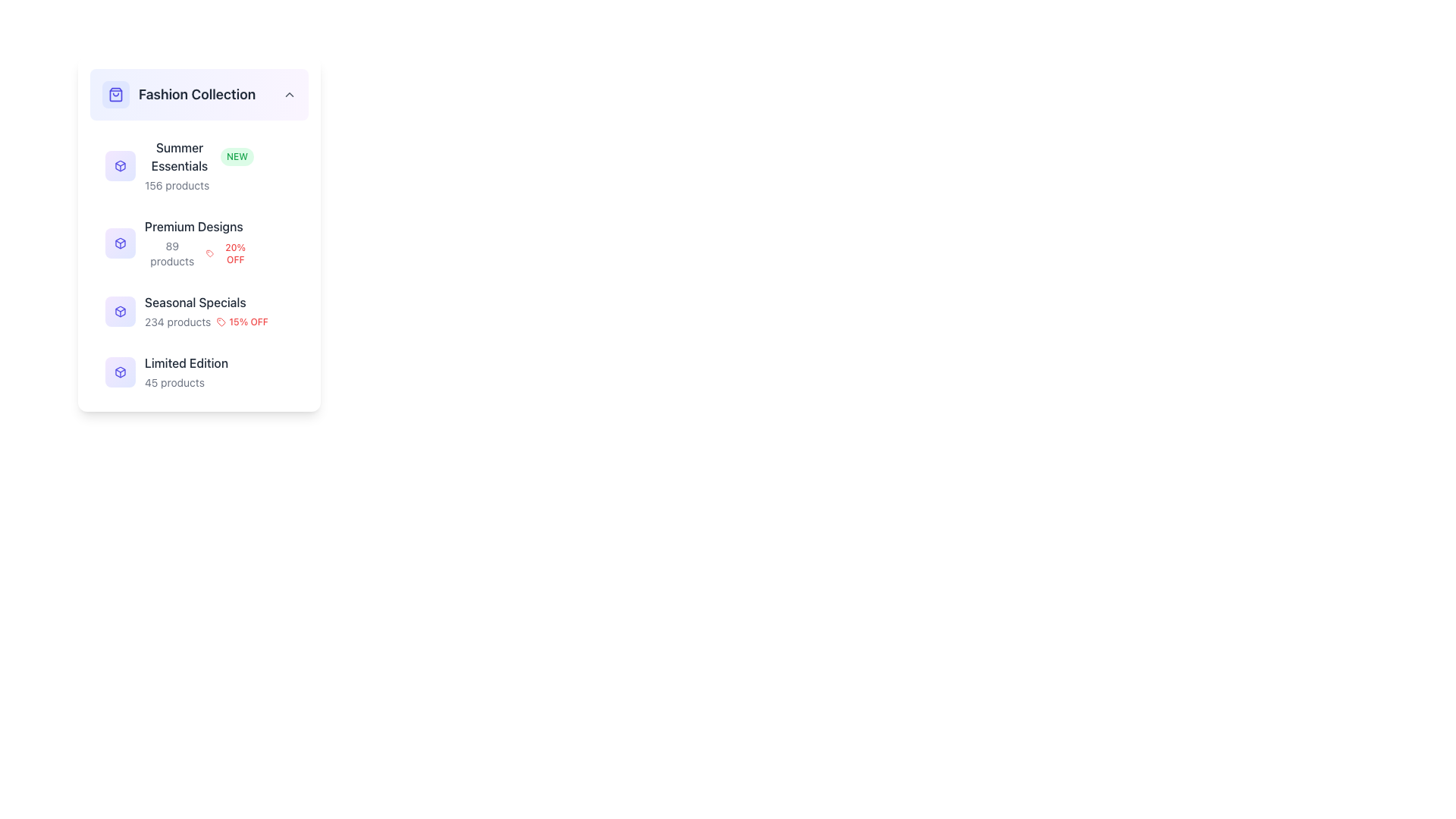 The width and height of the screenshot is (1456, 819). I want to click on the 'Summer Essentials' category listing element, which displays the title 'Summer Essentials' with a 'NEW' badge and shows '156 products' in smaller gray text, located within the 'Fashion Collection' component, so click(199, 166).